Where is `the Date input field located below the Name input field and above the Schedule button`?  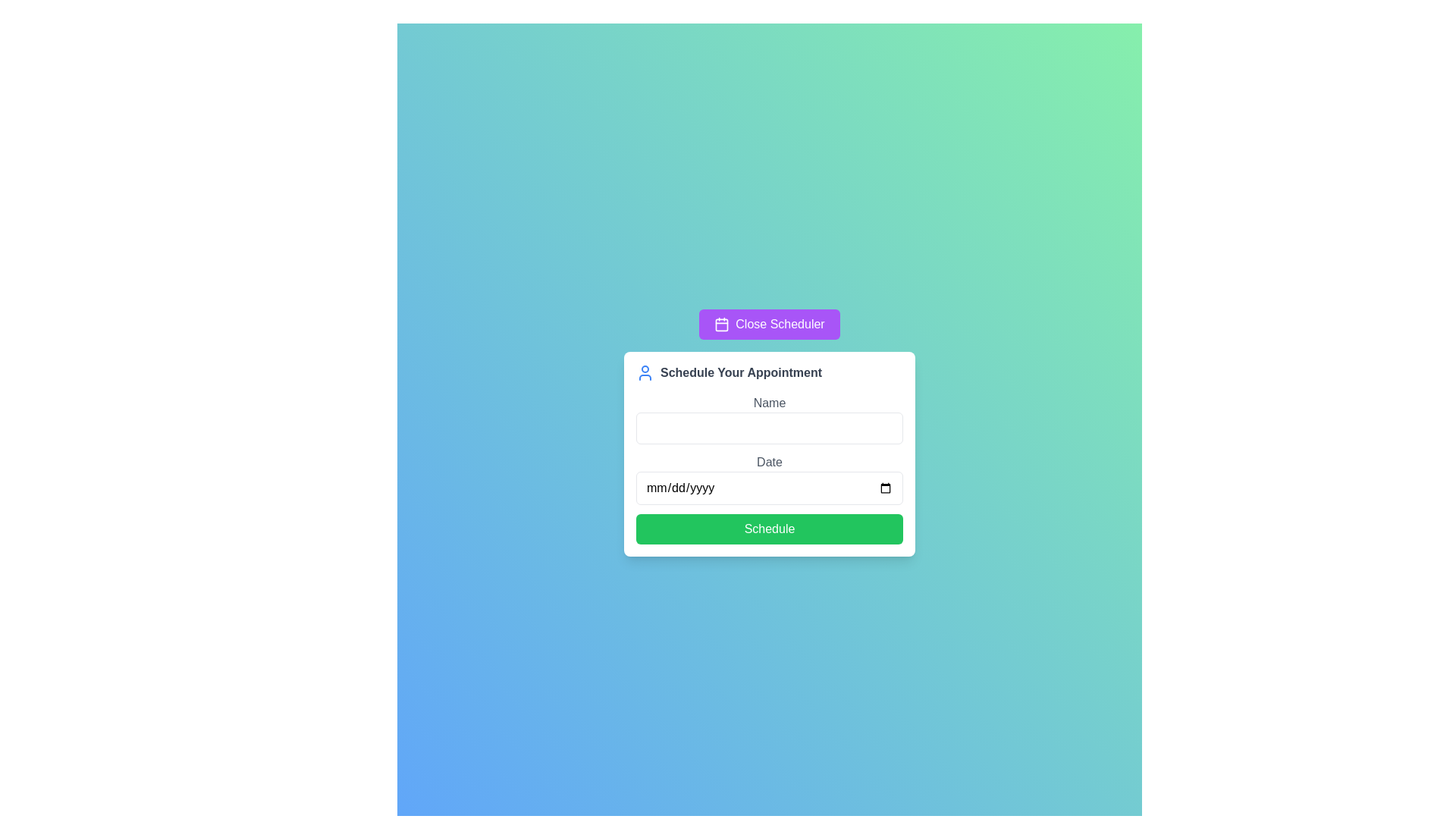
the Date input field located below the Name input field and above the Schedule button is located at coordinates (769, 479).